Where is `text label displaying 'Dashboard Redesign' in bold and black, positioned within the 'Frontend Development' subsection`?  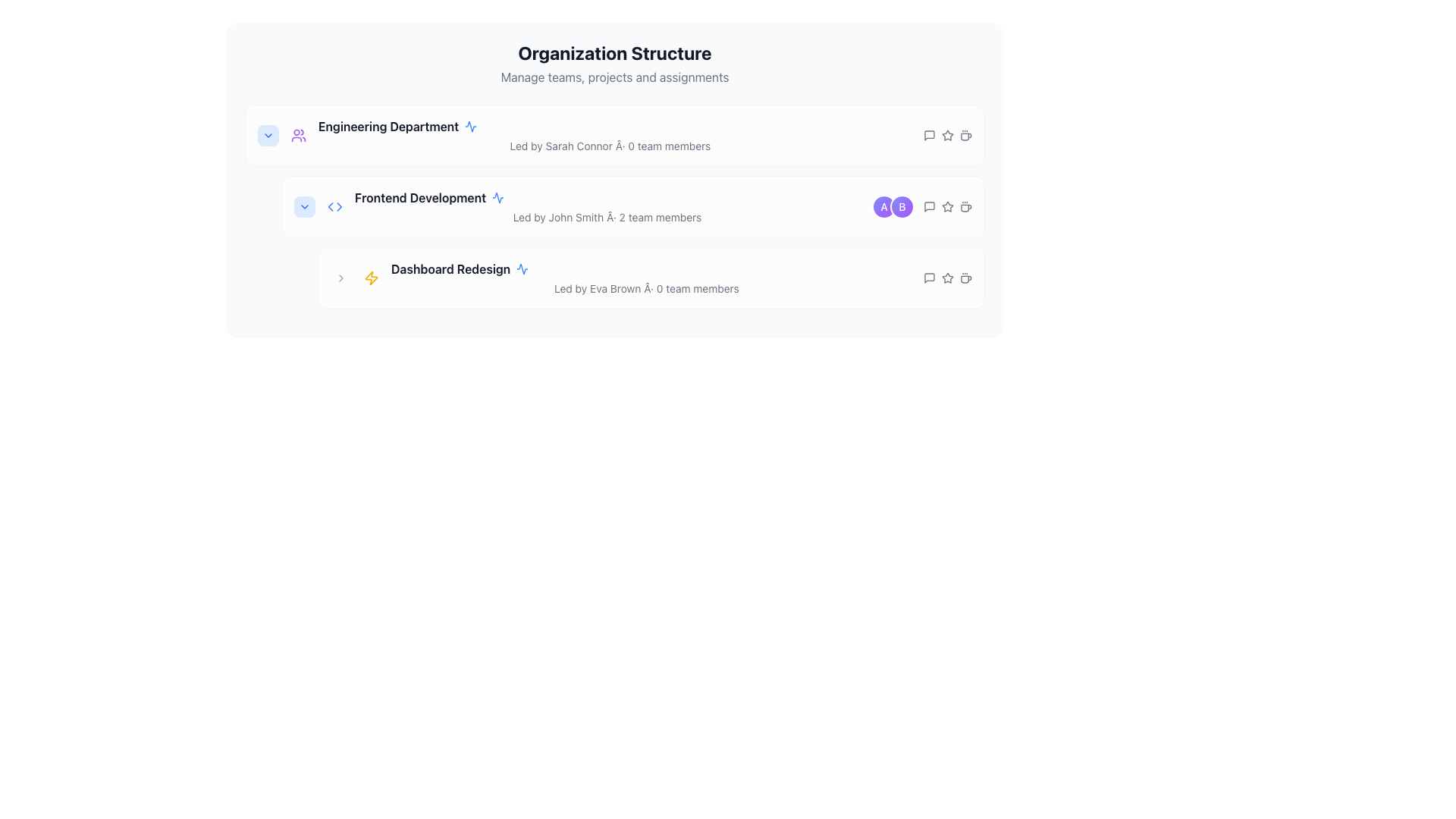
text label displaying 'Dashboard Redesign' in bold and black, positioned within the 'Frontend Development' subsection is located at coordinates (450, 268).